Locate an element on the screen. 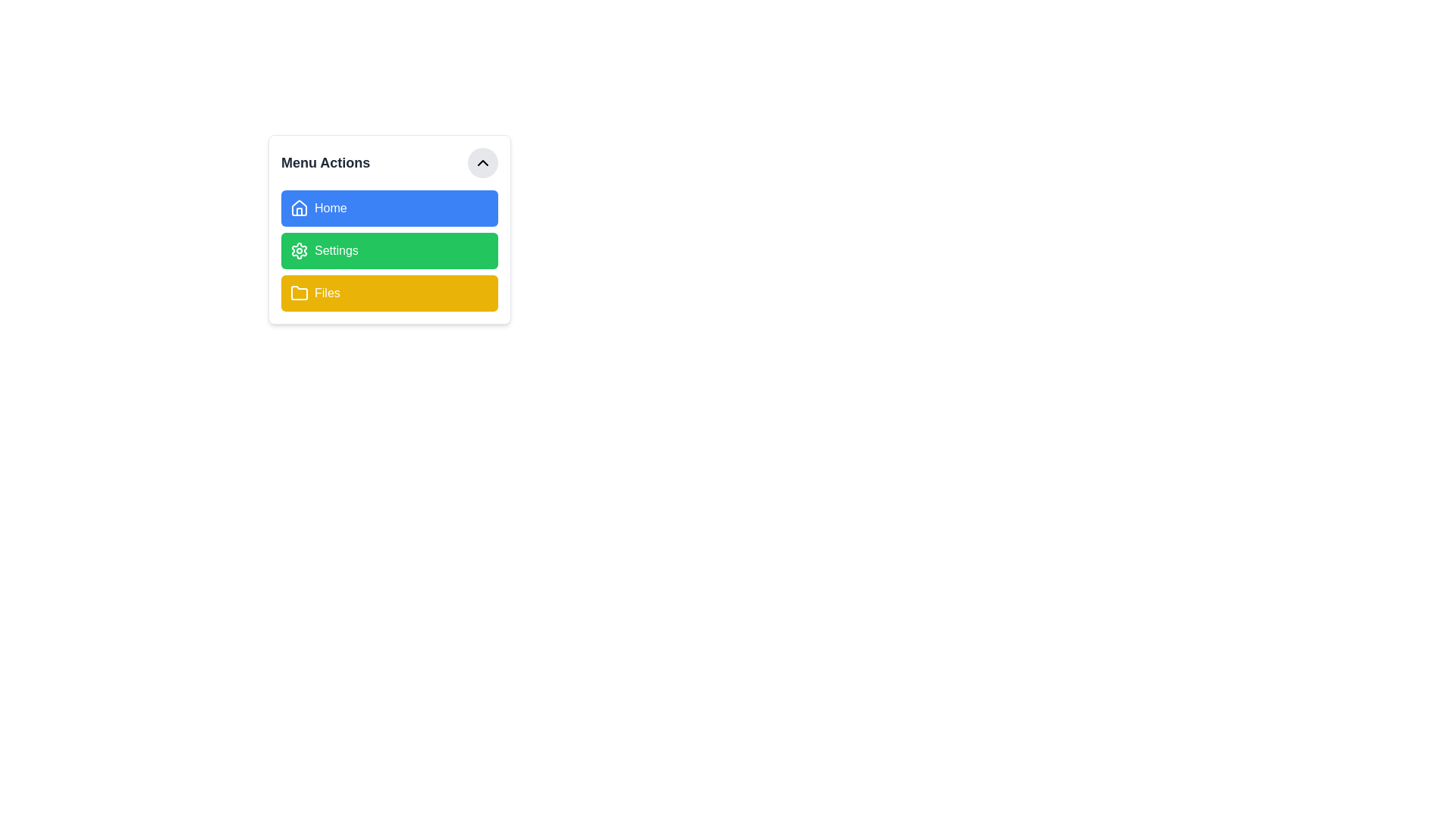 This screenshot has height=819, width=1456. the cogwheel icon on the green background, which is the second menu item in the settings menu, located between the 'Home' and 'Files' menu items is located at coordinates (299, 250).